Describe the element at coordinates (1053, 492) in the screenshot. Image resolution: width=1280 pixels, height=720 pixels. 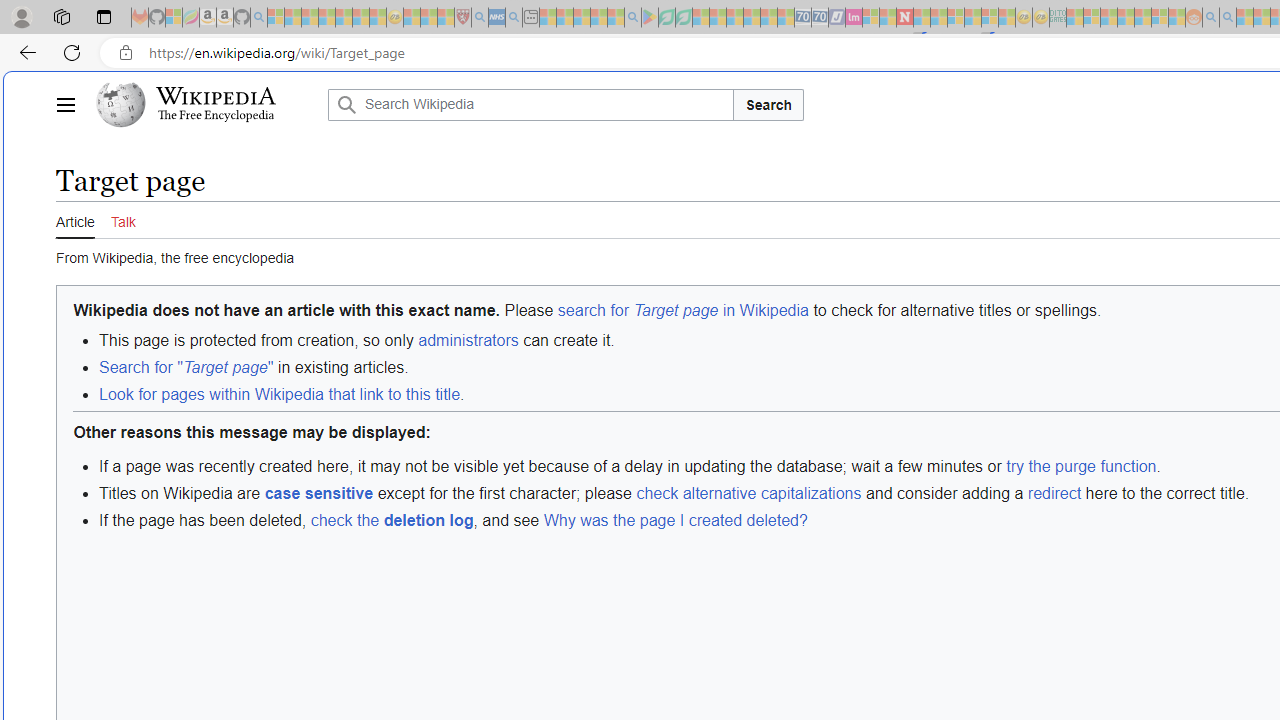
I see `'redirect'` at that location.